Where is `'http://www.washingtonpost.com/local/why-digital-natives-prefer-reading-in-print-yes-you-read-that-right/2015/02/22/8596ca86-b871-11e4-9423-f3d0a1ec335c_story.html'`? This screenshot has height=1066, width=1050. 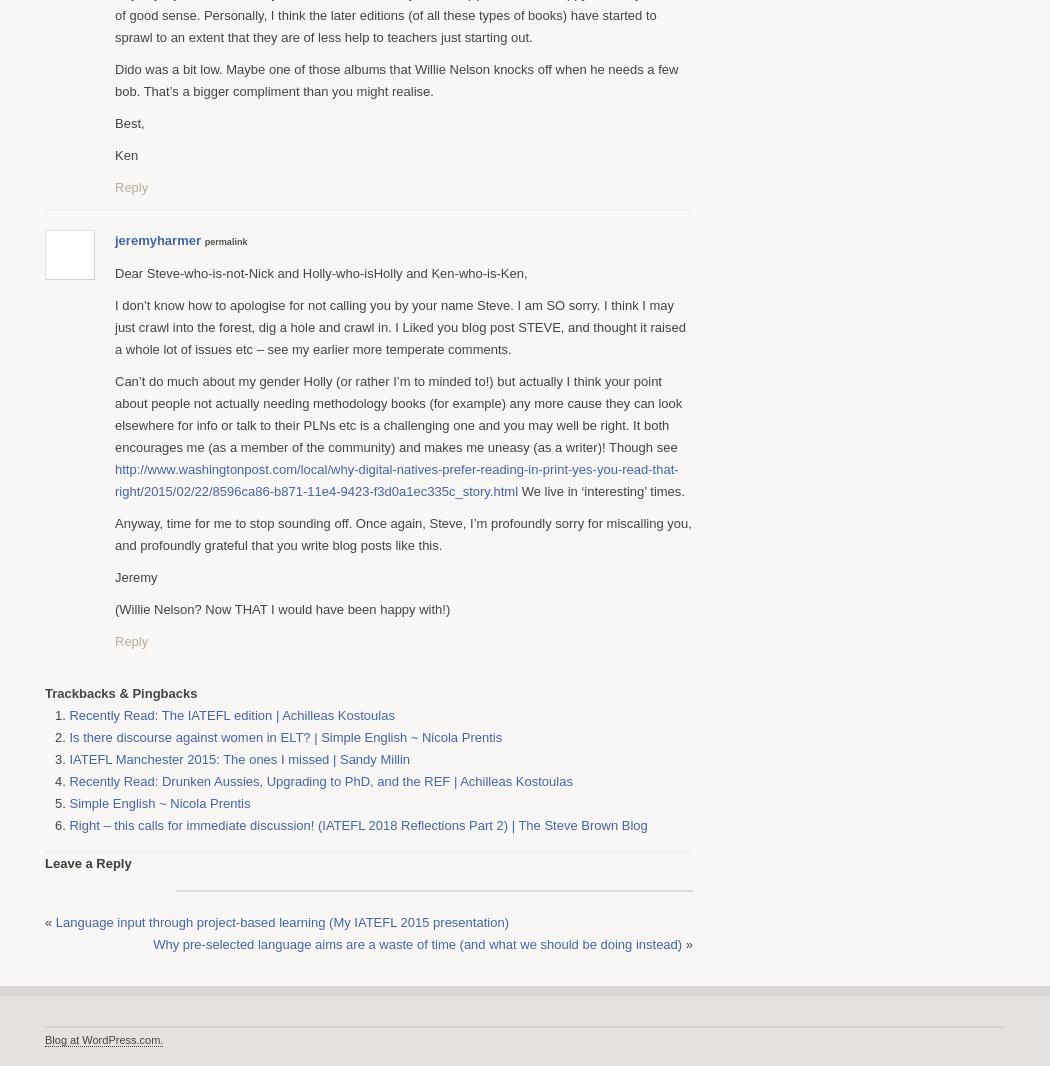 'http://www.washingtonpost.com/local/why-digital-natives-prefer-reading-in-print-yes-you-read-that-right/2015/02/22/8596ca86-b871-11e4-9423-f3d0a1ec335c_story.html' is located at coordinates (396, 479).